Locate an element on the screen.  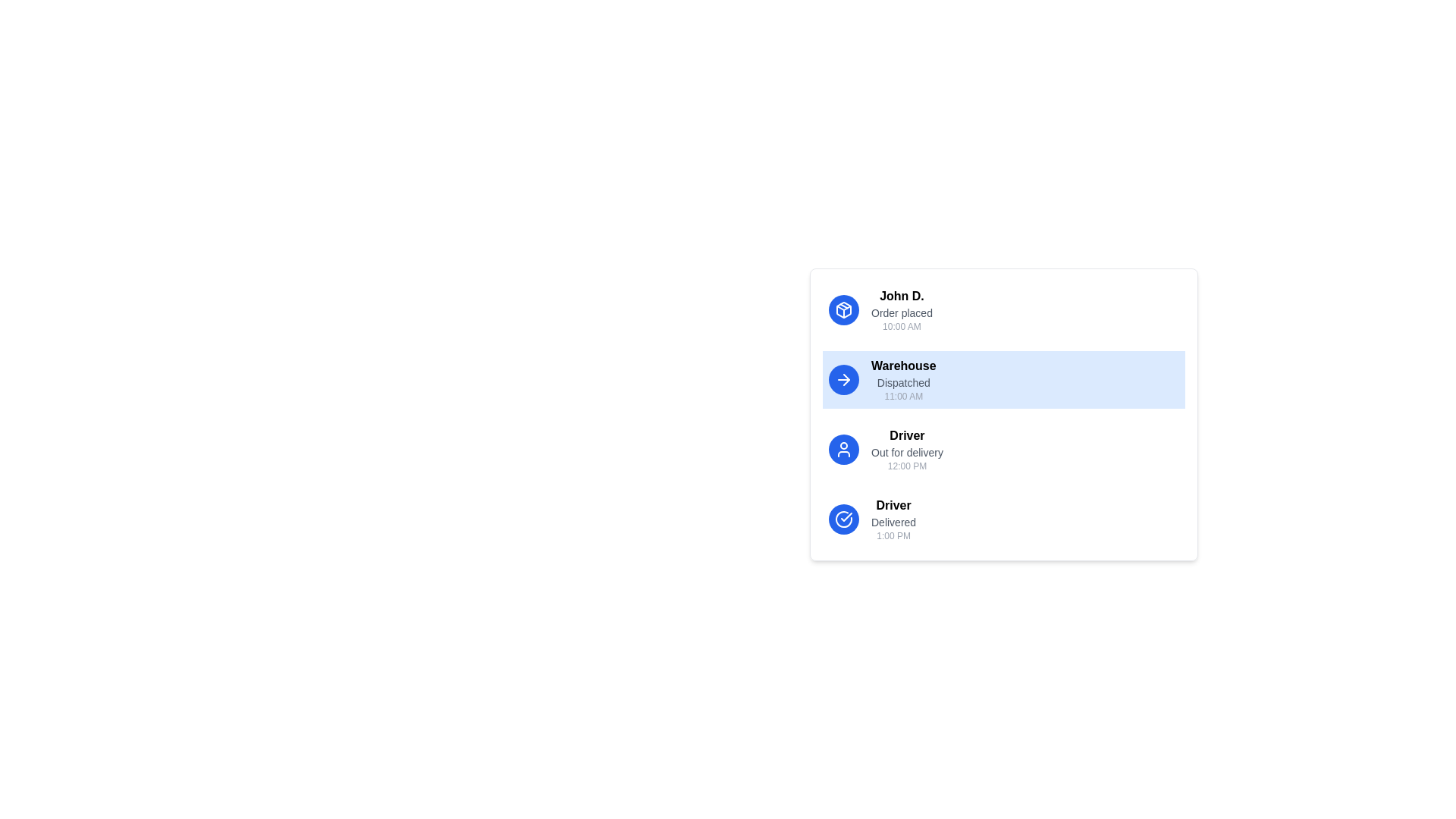
the 'Warehouse' stage icon located to the left of the 'Warehouse - Dispatched' text in the highlighted status row of the timeline is located at coordinates (843, 309).